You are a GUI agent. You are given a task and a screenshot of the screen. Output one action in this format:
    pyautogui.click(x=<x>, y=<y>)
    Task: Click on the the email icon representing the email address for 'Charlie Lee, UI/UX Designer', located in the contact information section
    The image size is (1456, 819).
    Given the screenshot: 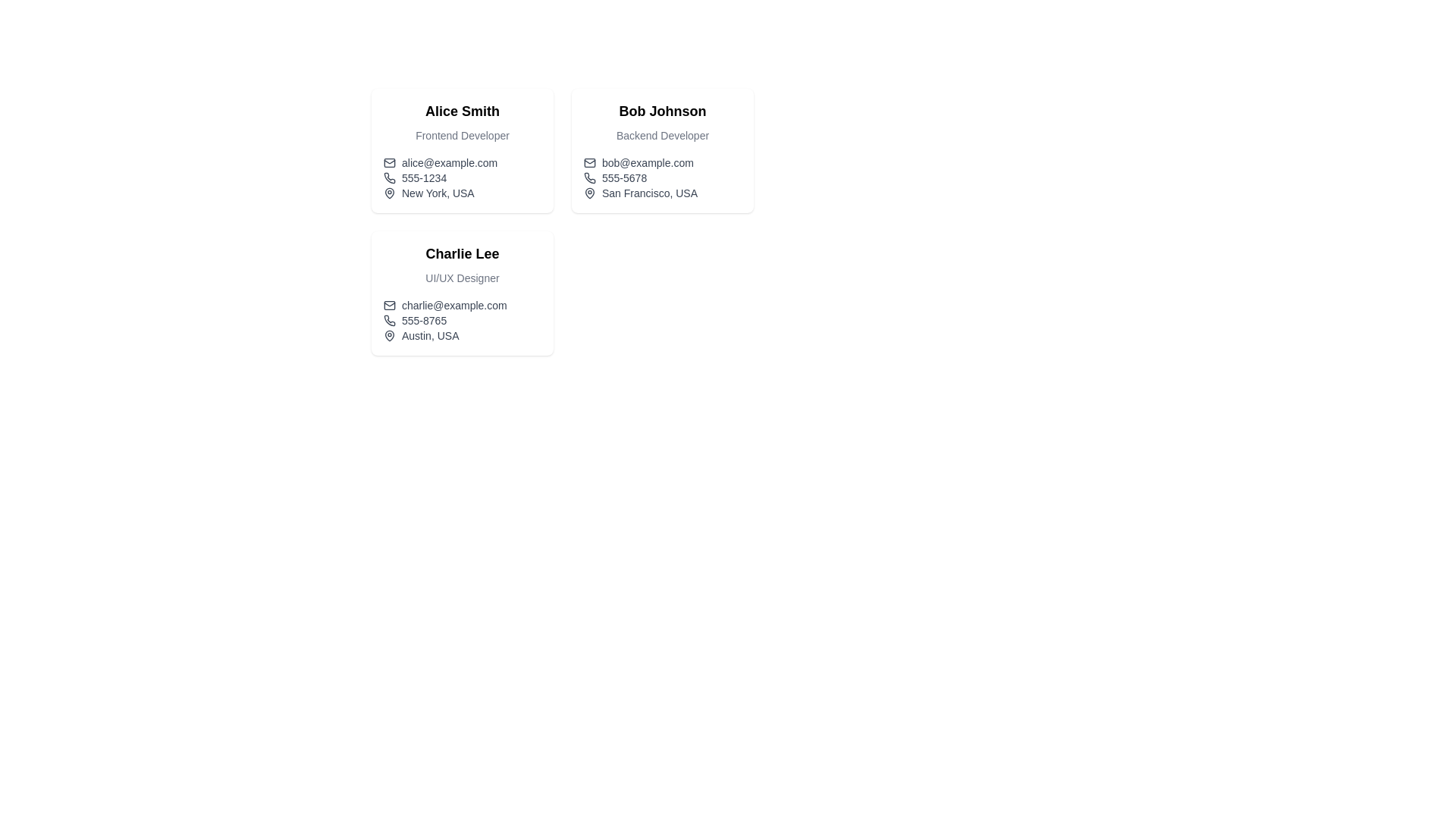 What is the action you would take?
    pyautogui.click(x=389, y=305)
    